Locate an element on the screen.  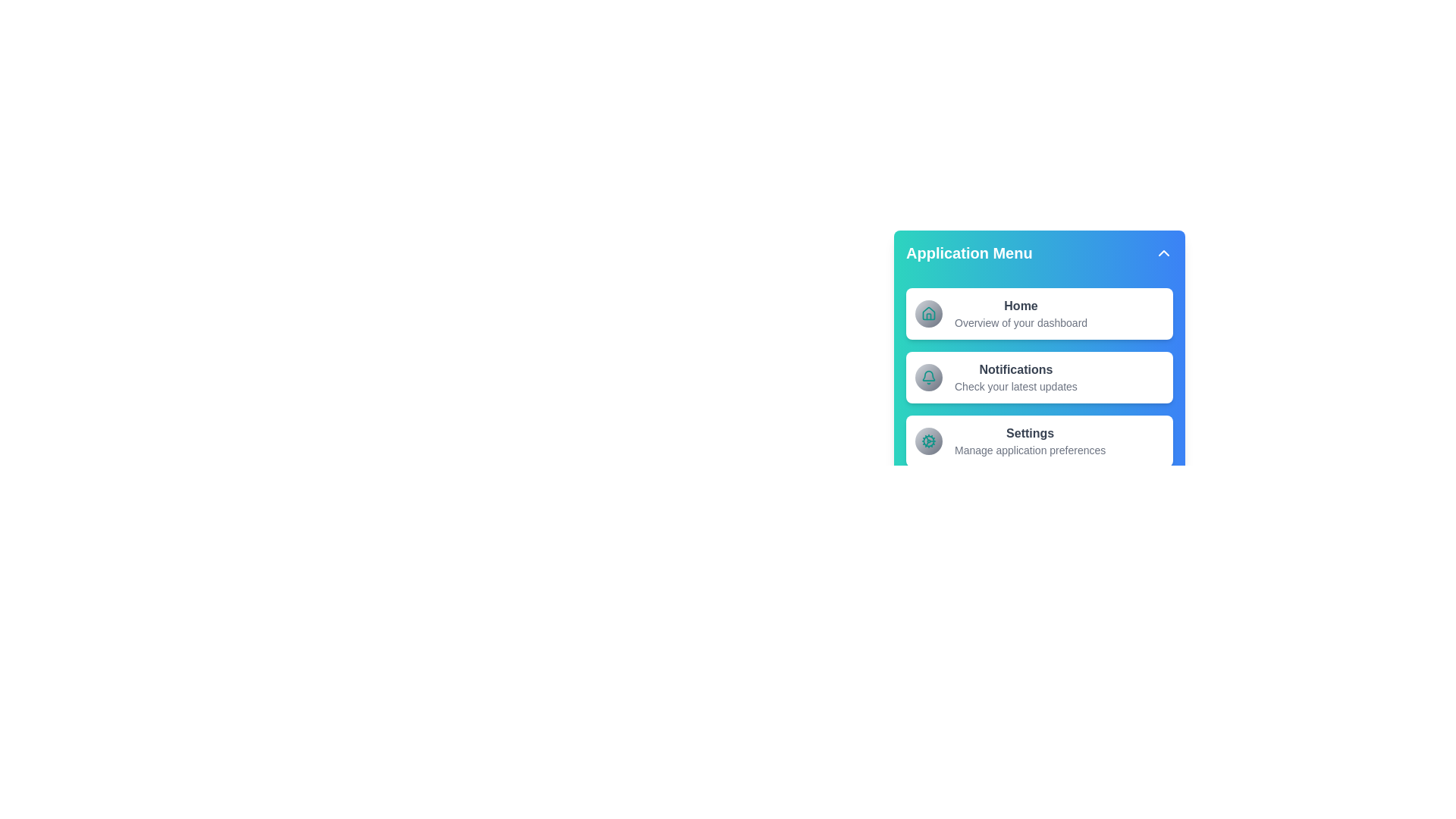
the icon of the Home menu item to trigger its associated action is located at coordinates (927, 312).